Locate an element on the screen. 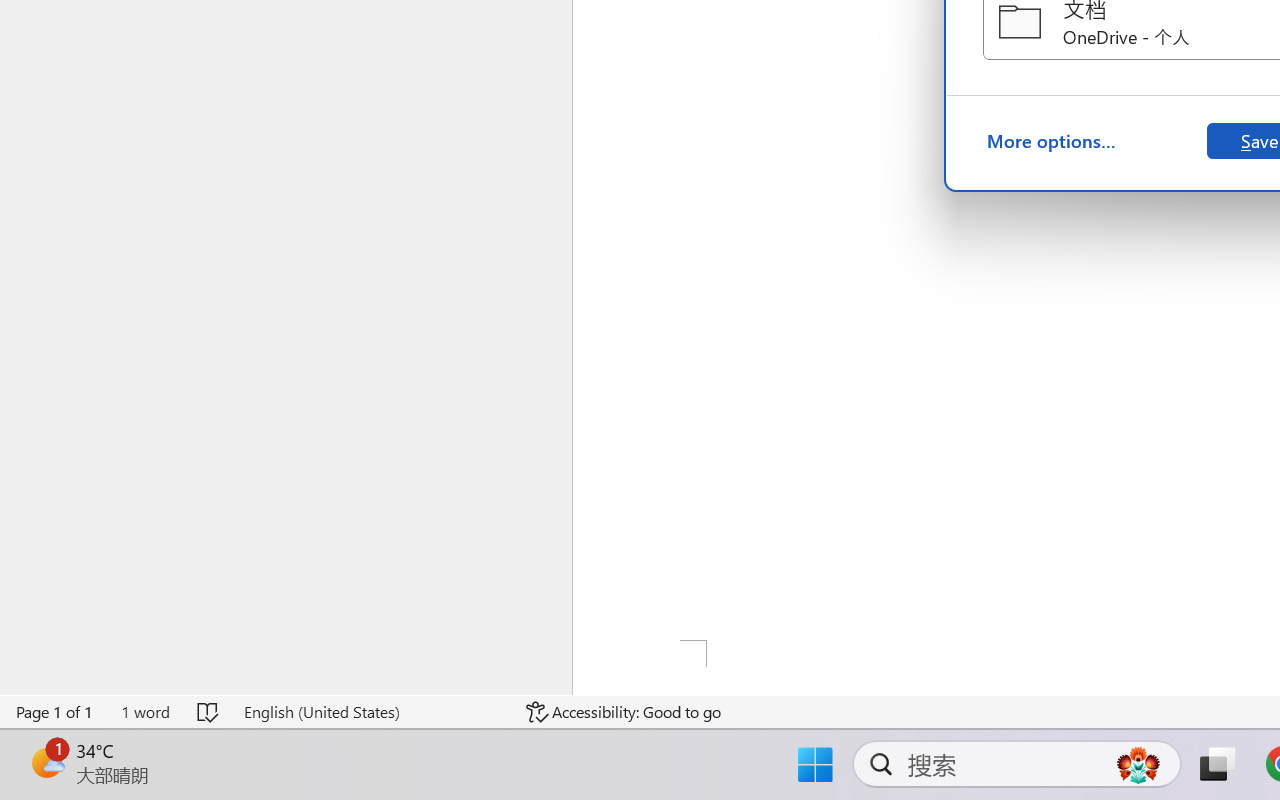 This screenshot has width=1280, height=800. 'Page Number Page 1 of 1' is located at coordinates (55, 711).